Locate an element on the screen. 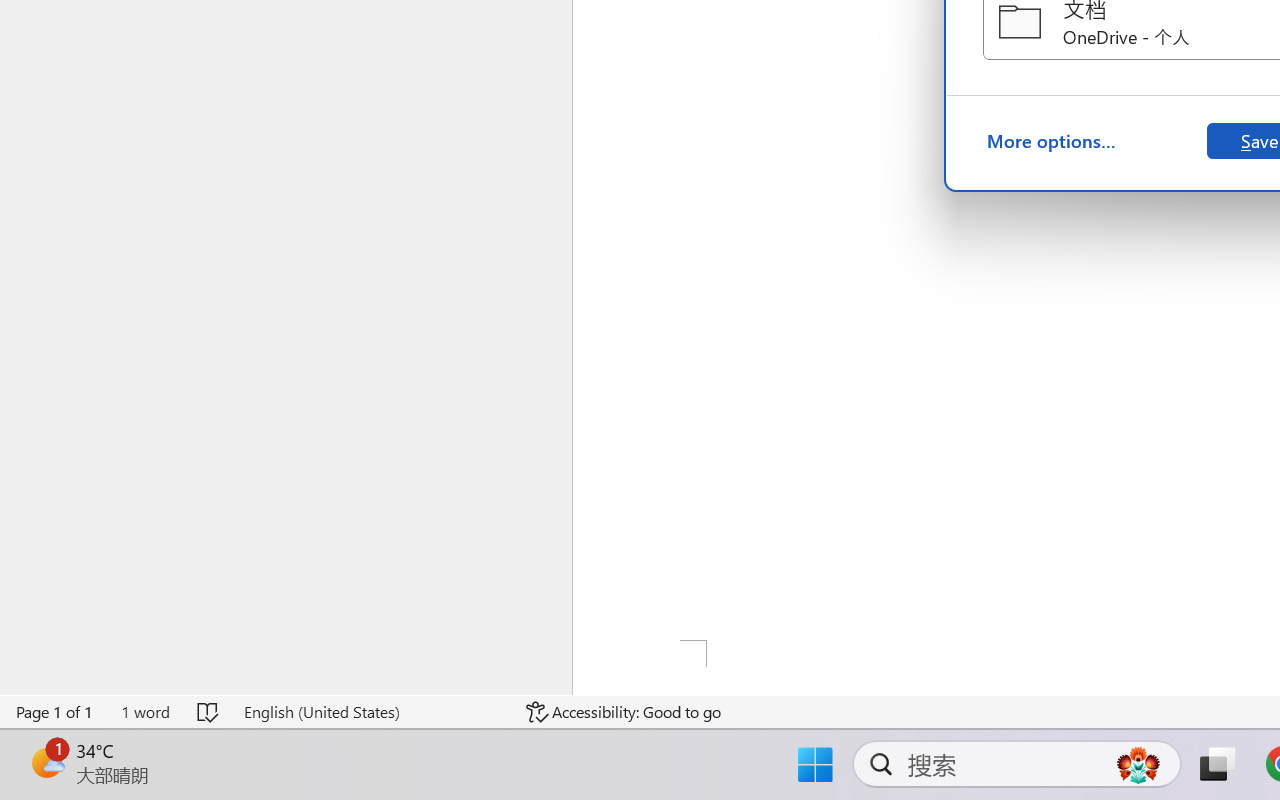 This screenshot has width=1280, height=800. 'Page Number Page 1 of 1' is located at coordinates (55, 711).